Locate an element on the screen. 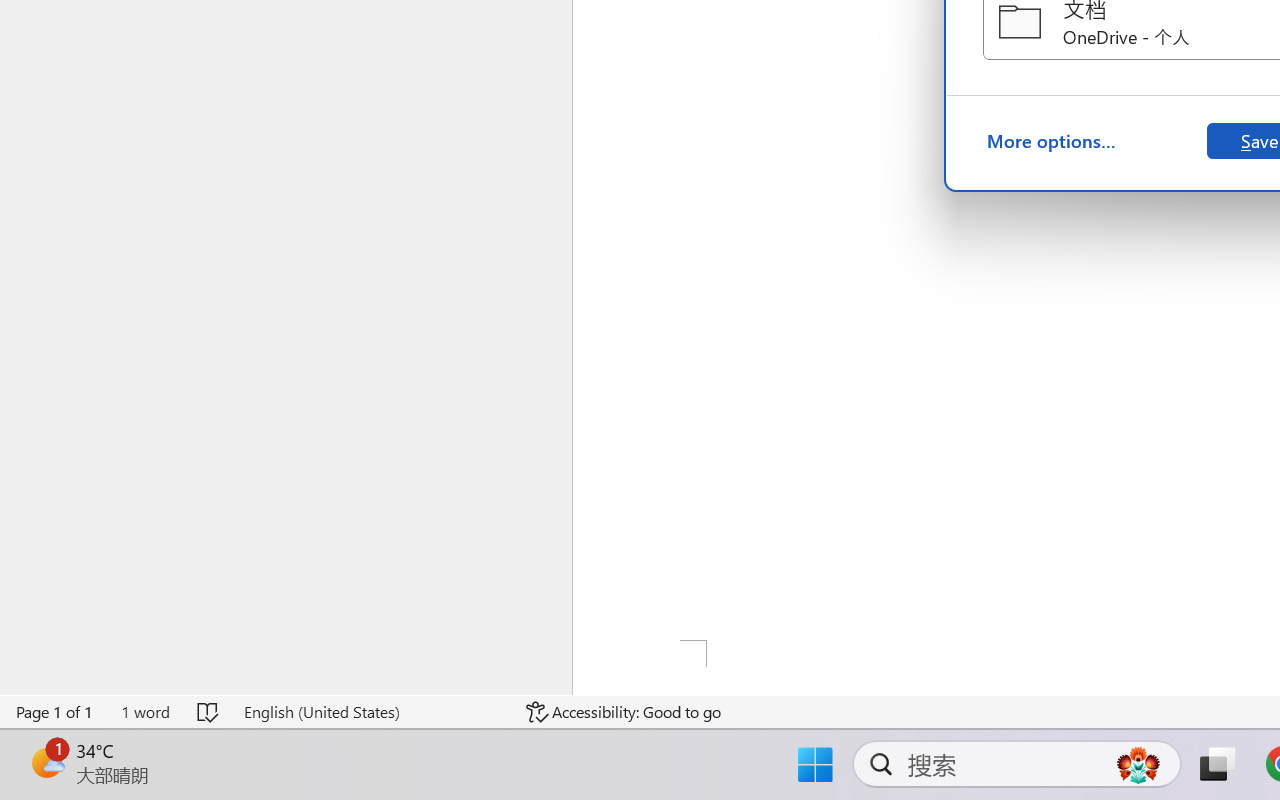 This screenshot has width=1280, height=800. 'Page Number Page 1 of 1' is located at coordinates (55, 711).